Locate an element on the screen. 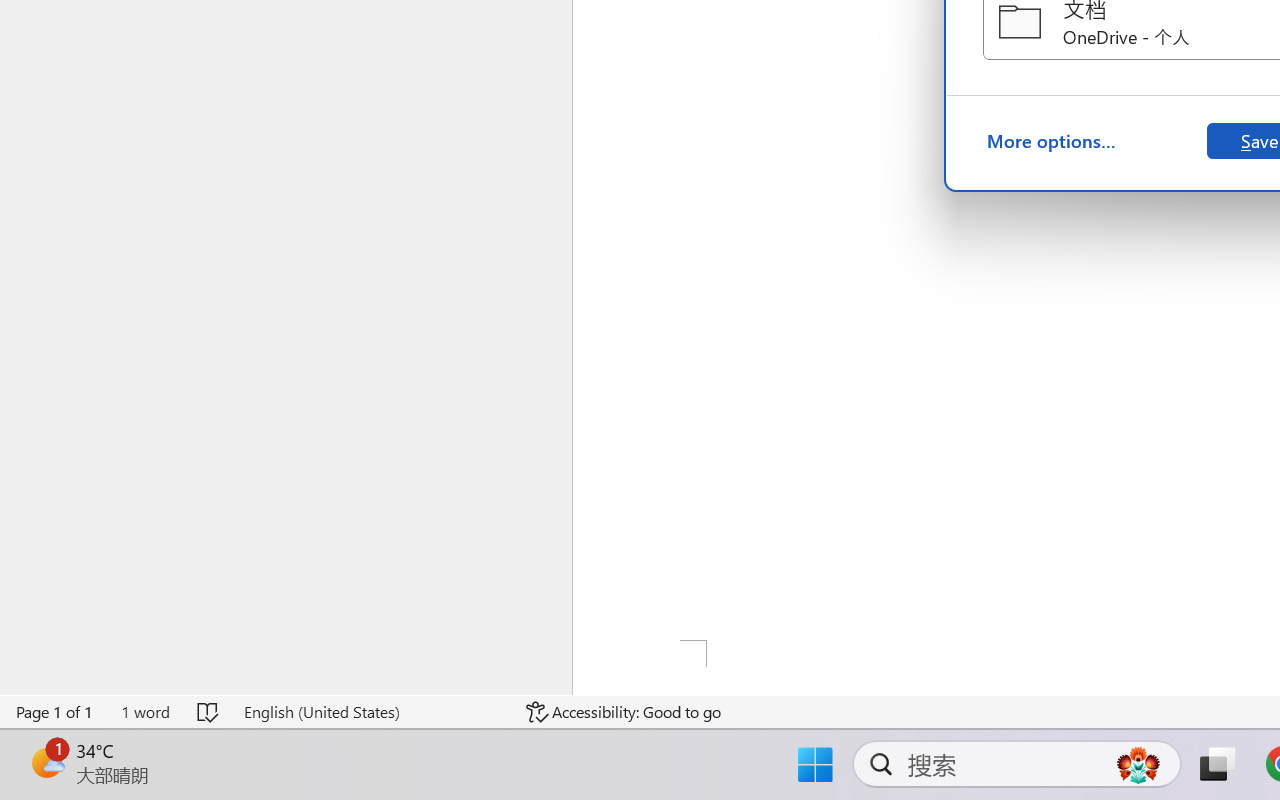 This screenshot has width=1280, height=800. 'Page Number Page 1 of 1' is located at coordinates (55, 711).